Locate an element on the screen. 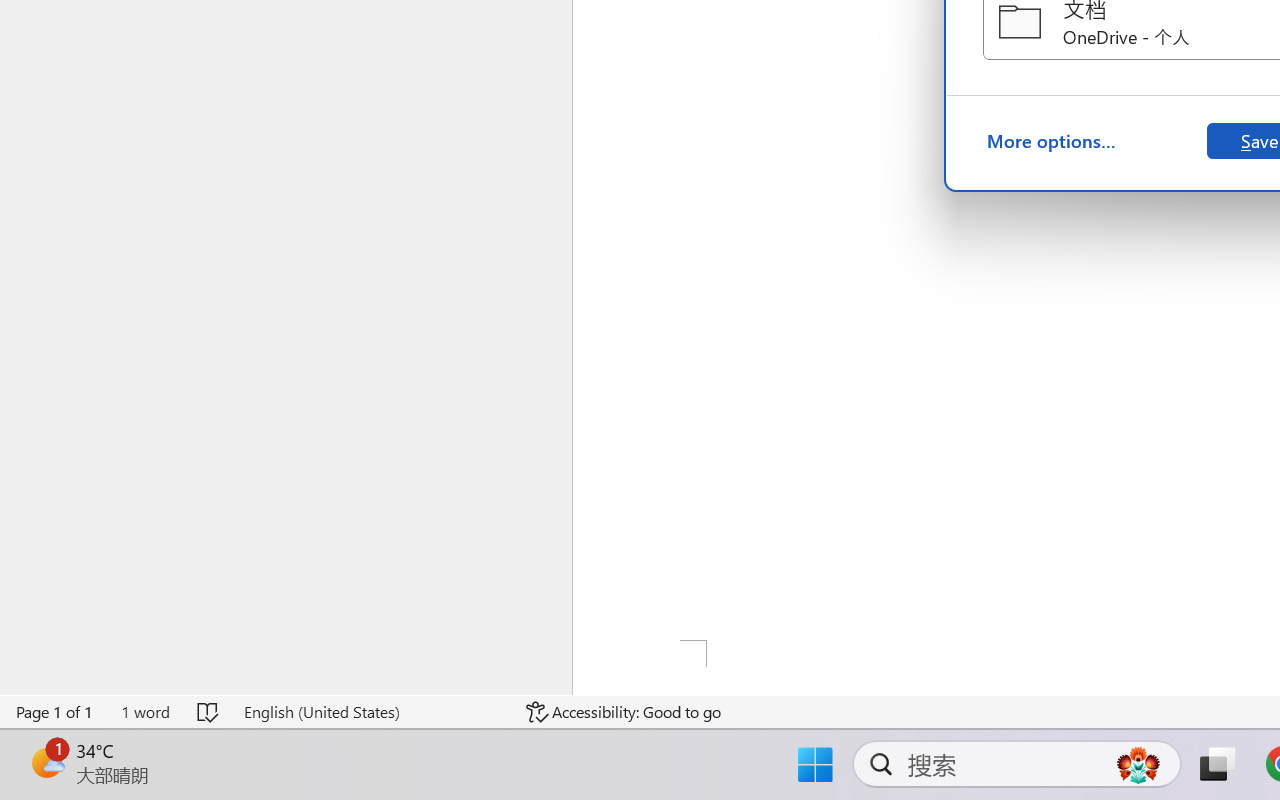 This screenshot has width=1280, height=800. 'Page Number Page 1 of 1' is located at coordinates (55, 711).